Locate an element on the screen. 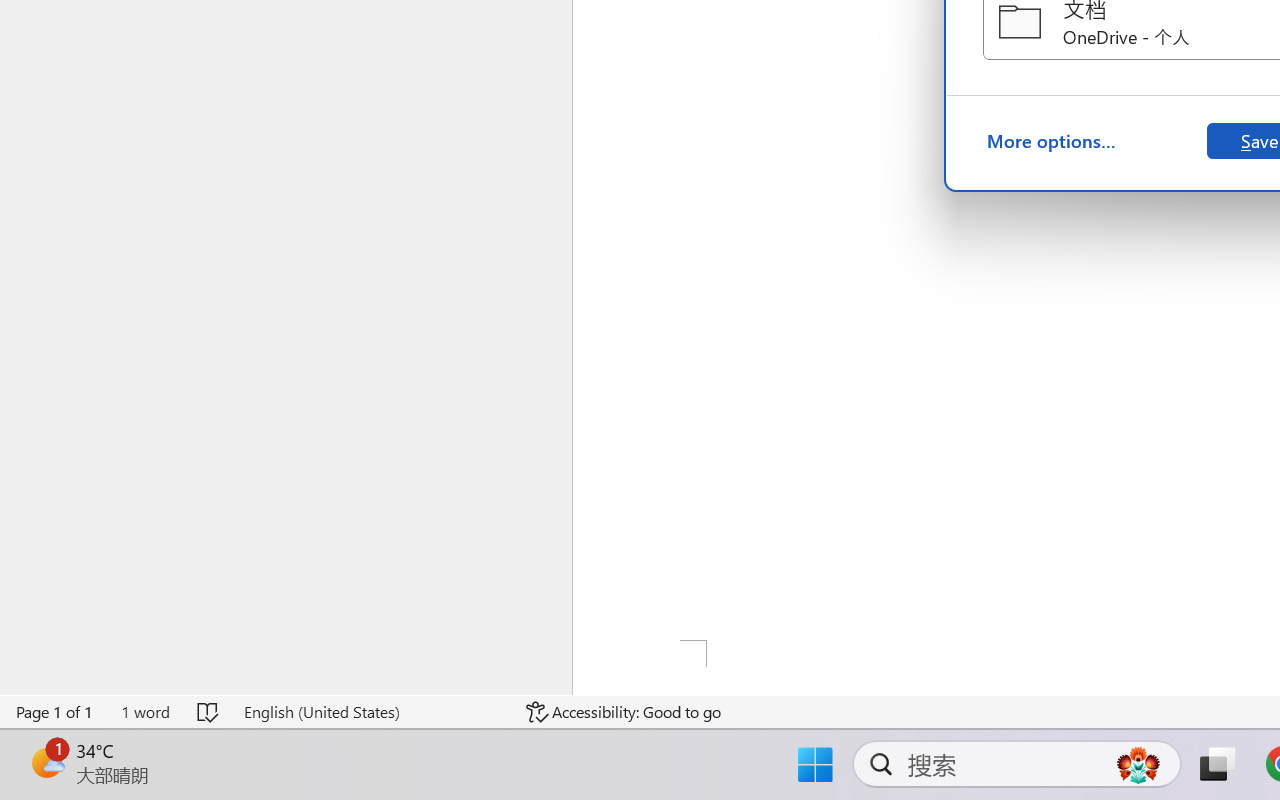 This screenshot has width=1280, height=800. 'Page Number Page 1 of 1' is located at coordinates (55, 711).